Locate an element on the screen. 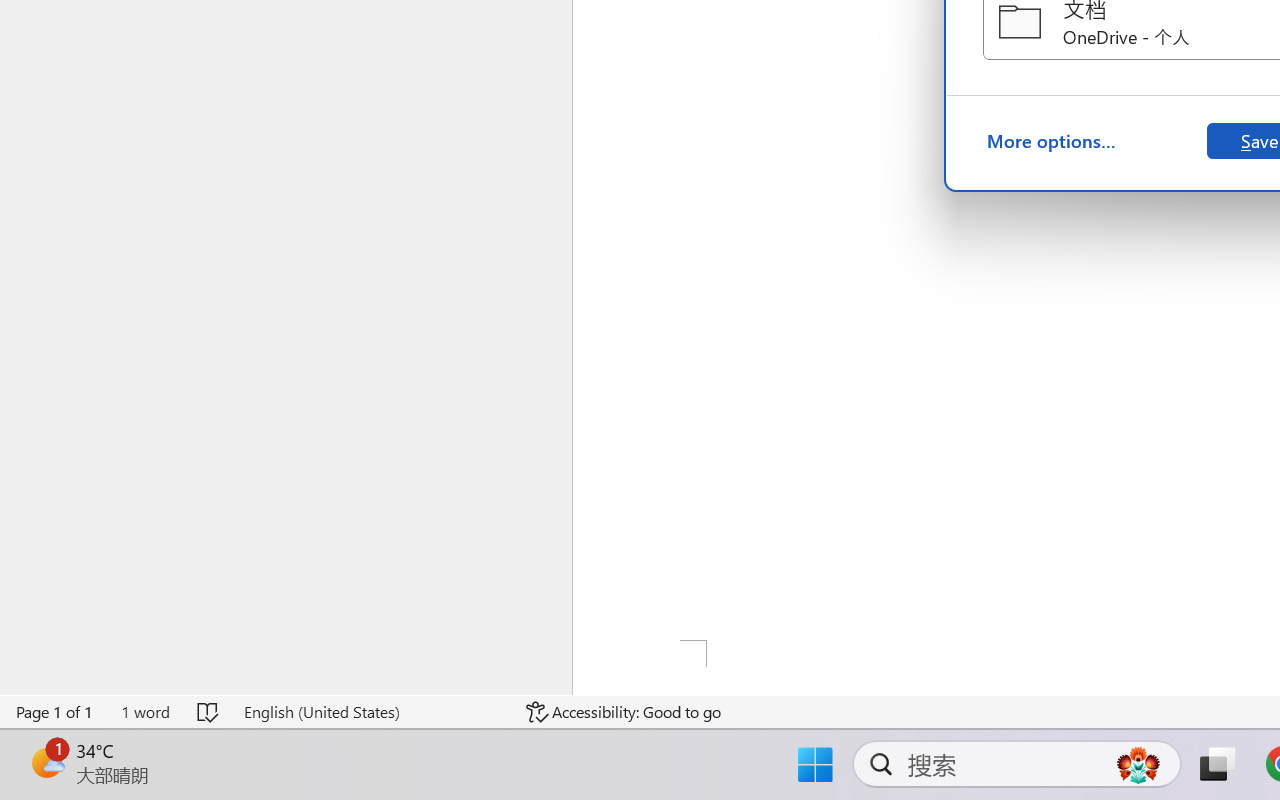 This screenshot has width=1280, height=800. 'Page Number Page 1 of 1' is located at coordinates (55, 711).